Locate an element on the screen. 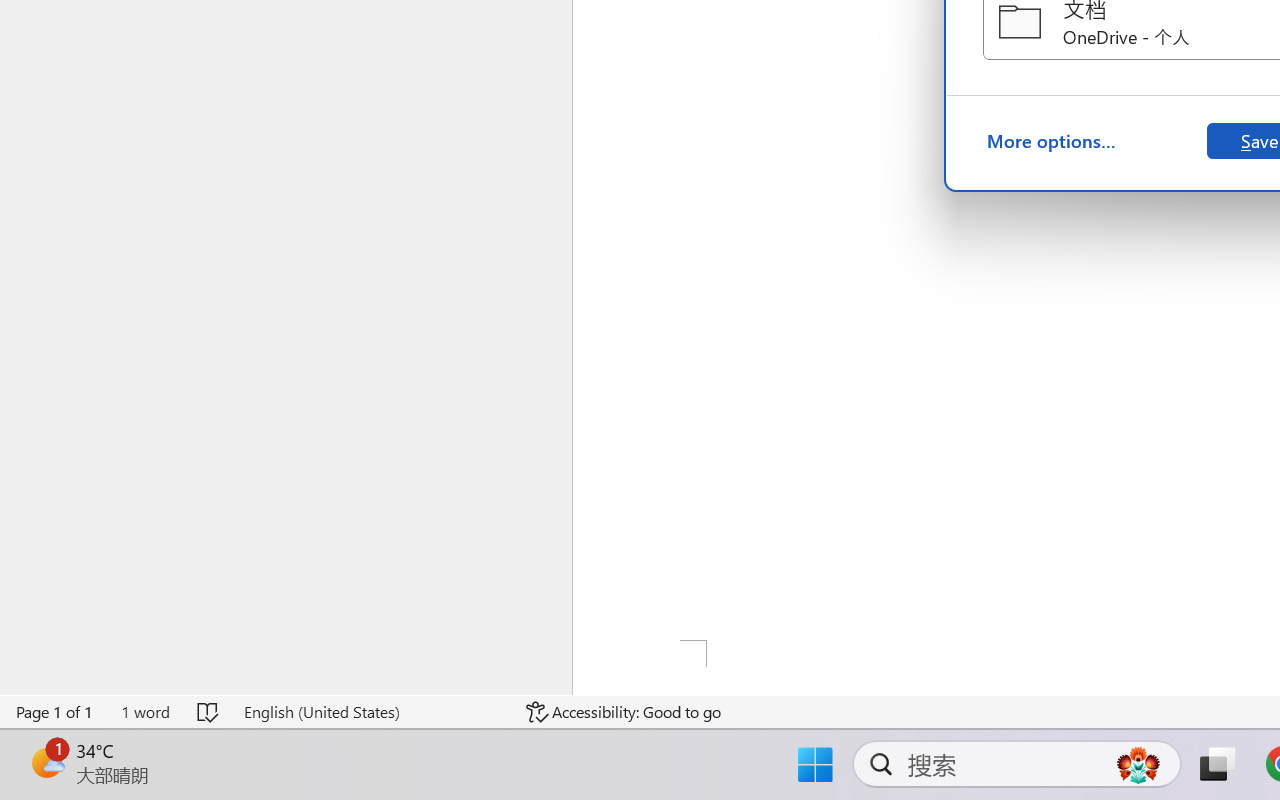 This screenshot has width=1280, height=800. 'Page Number Page 1 of 1' is located at coordinates (55, 711).